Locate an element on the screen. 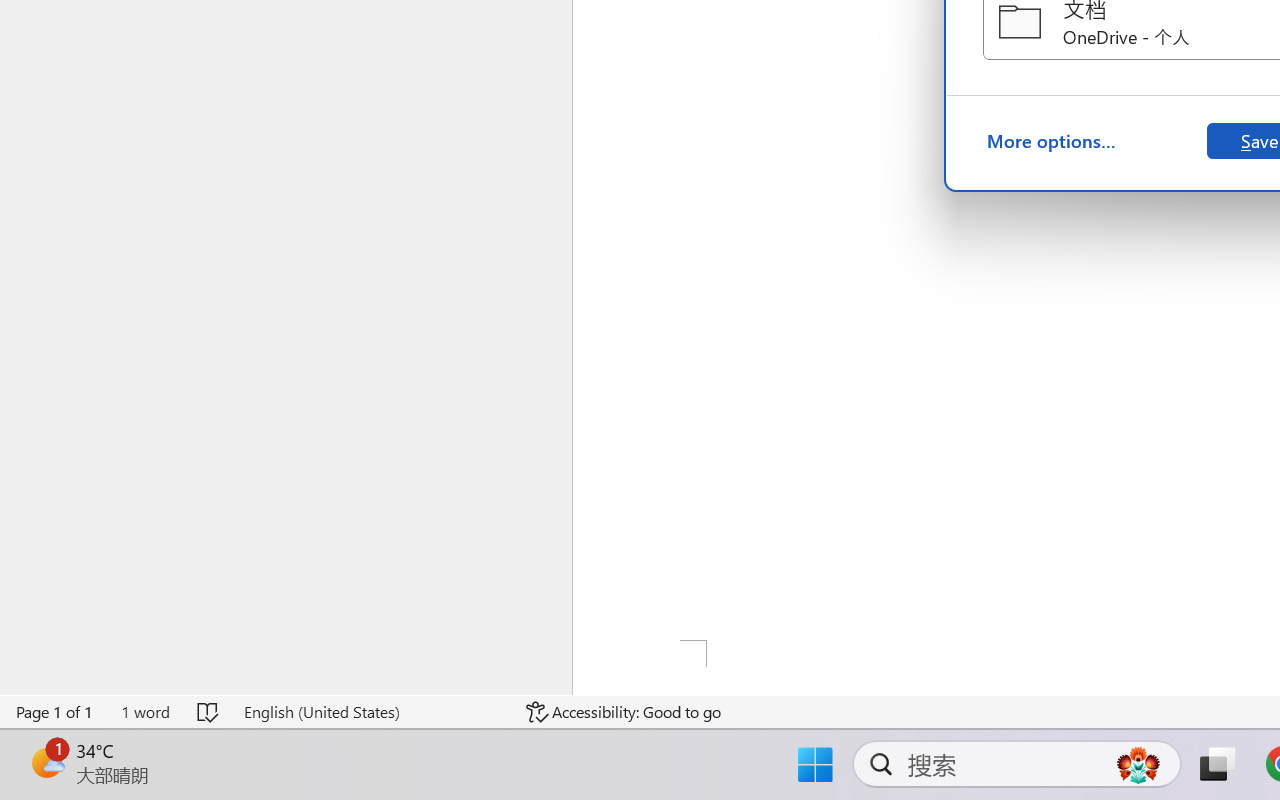 This screenshot has width=1280, height=800. 'Page Number Page 1 of 1' is located at coordinates (55, 711).